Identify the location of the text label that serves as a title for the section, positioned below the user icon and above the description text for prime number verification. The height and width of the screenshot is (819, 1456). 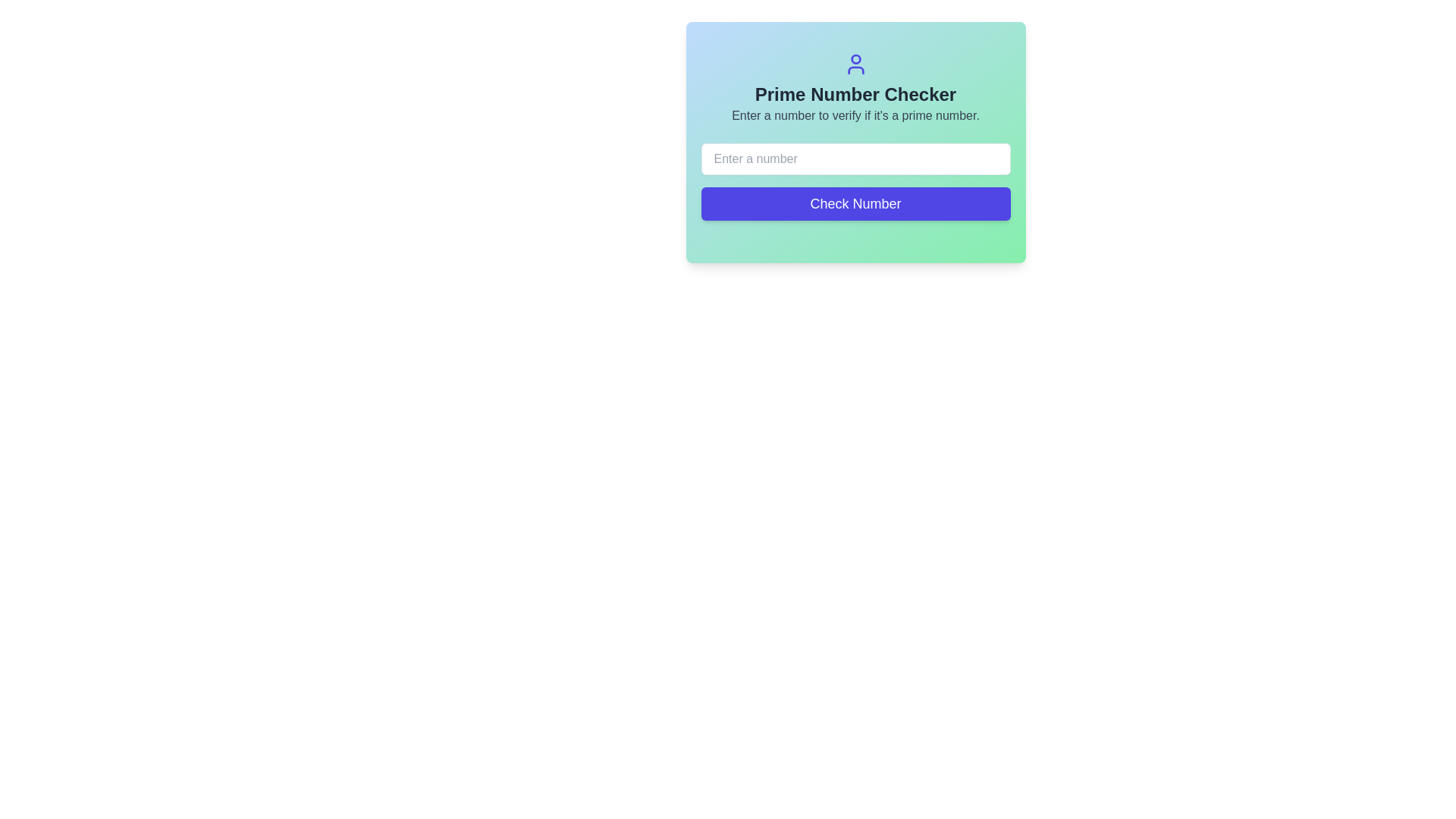
(855, 94).